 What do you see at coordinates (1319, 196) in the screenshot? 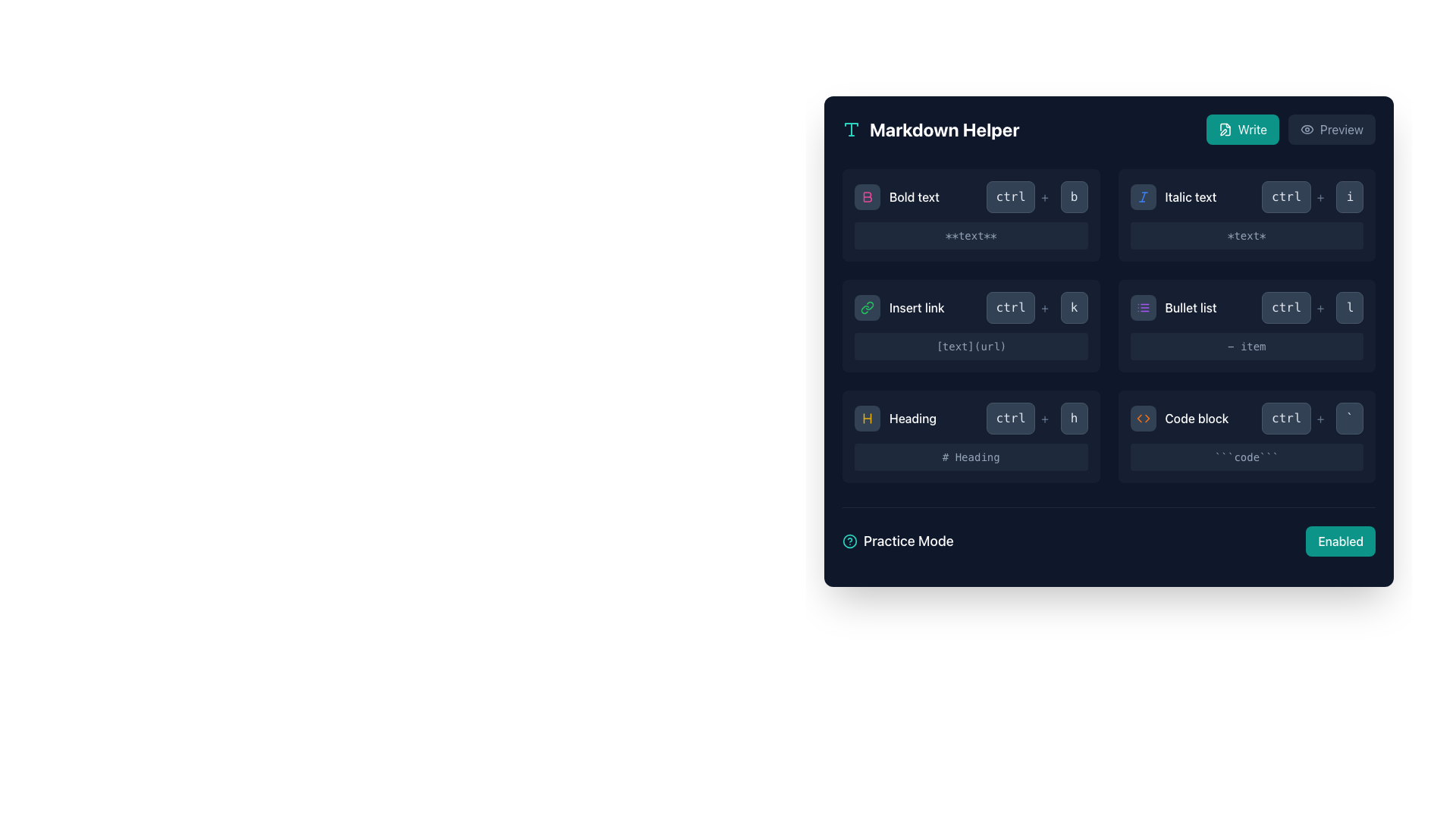
I see `the static text element that visually links the 'ctrl' and 'i' keyboard shortcut components in the Markdown Helper interface` at bounding box center [1319, 196].